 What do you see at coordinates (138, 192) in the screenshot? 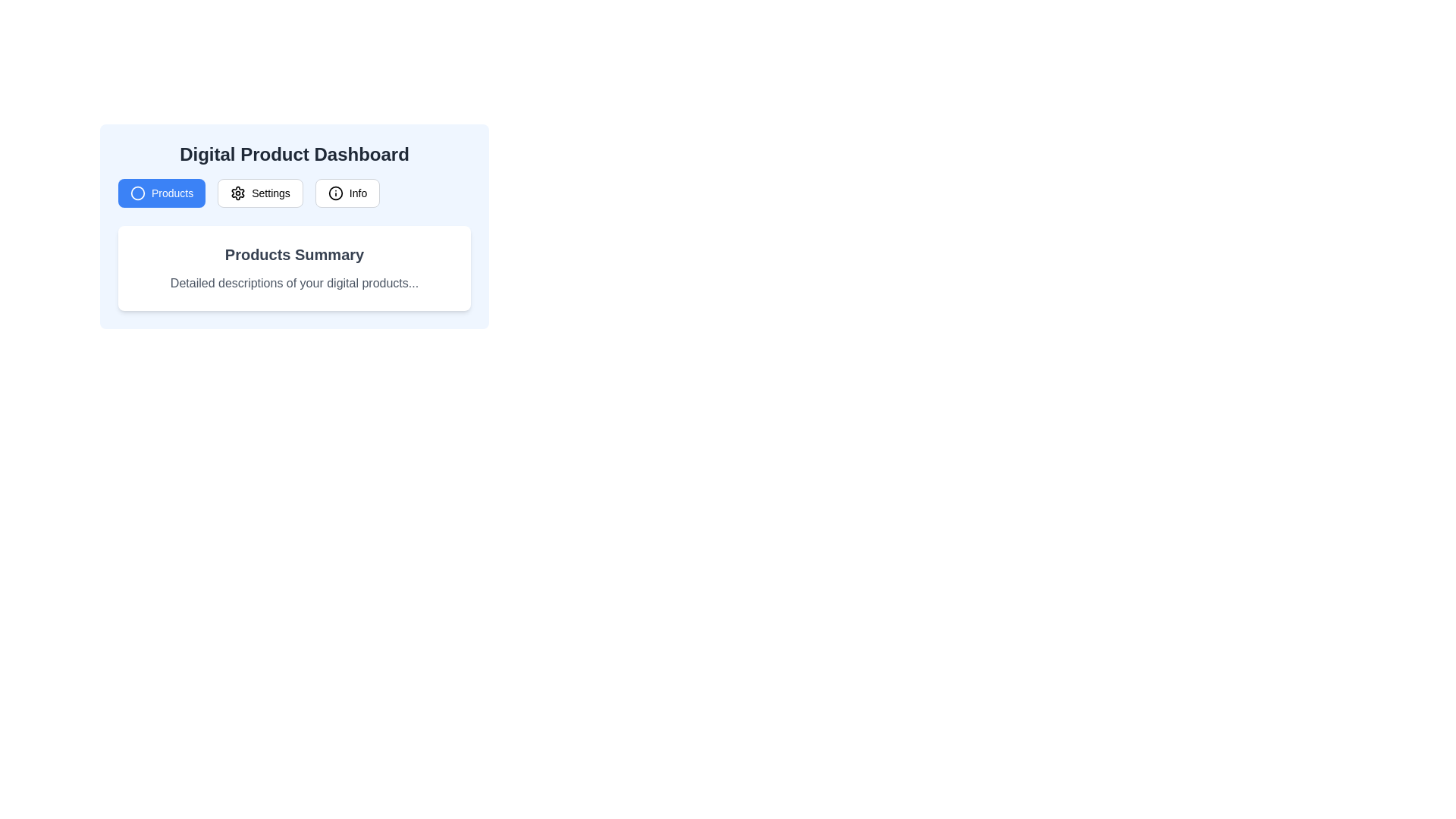
I see `the circular icon with a hollow center located to the left of the 'Products' button` at bounding box center [138, 192].